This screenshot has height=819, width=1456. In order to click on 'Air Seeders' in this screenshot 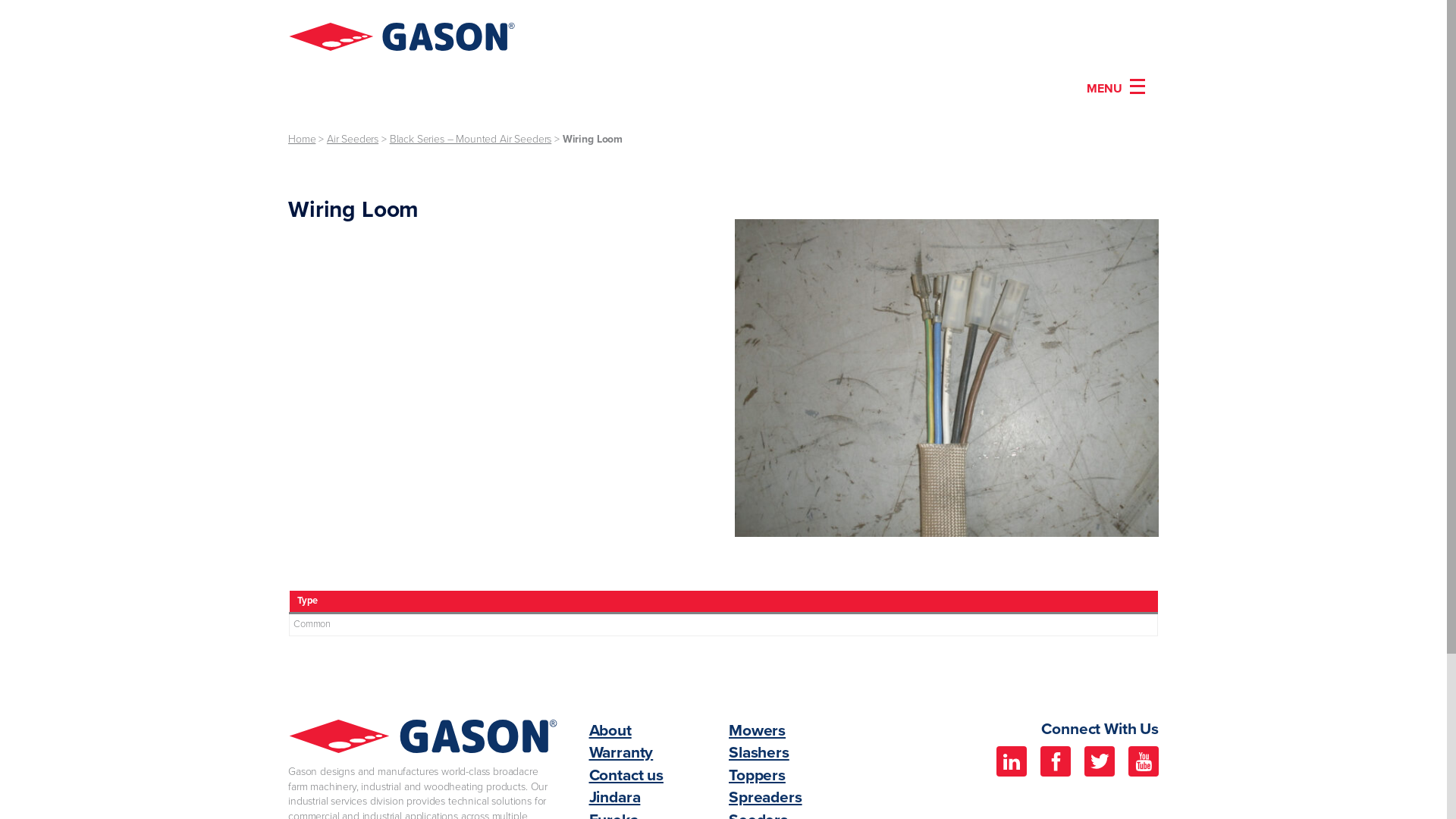, I will do `click(326, 139)`.